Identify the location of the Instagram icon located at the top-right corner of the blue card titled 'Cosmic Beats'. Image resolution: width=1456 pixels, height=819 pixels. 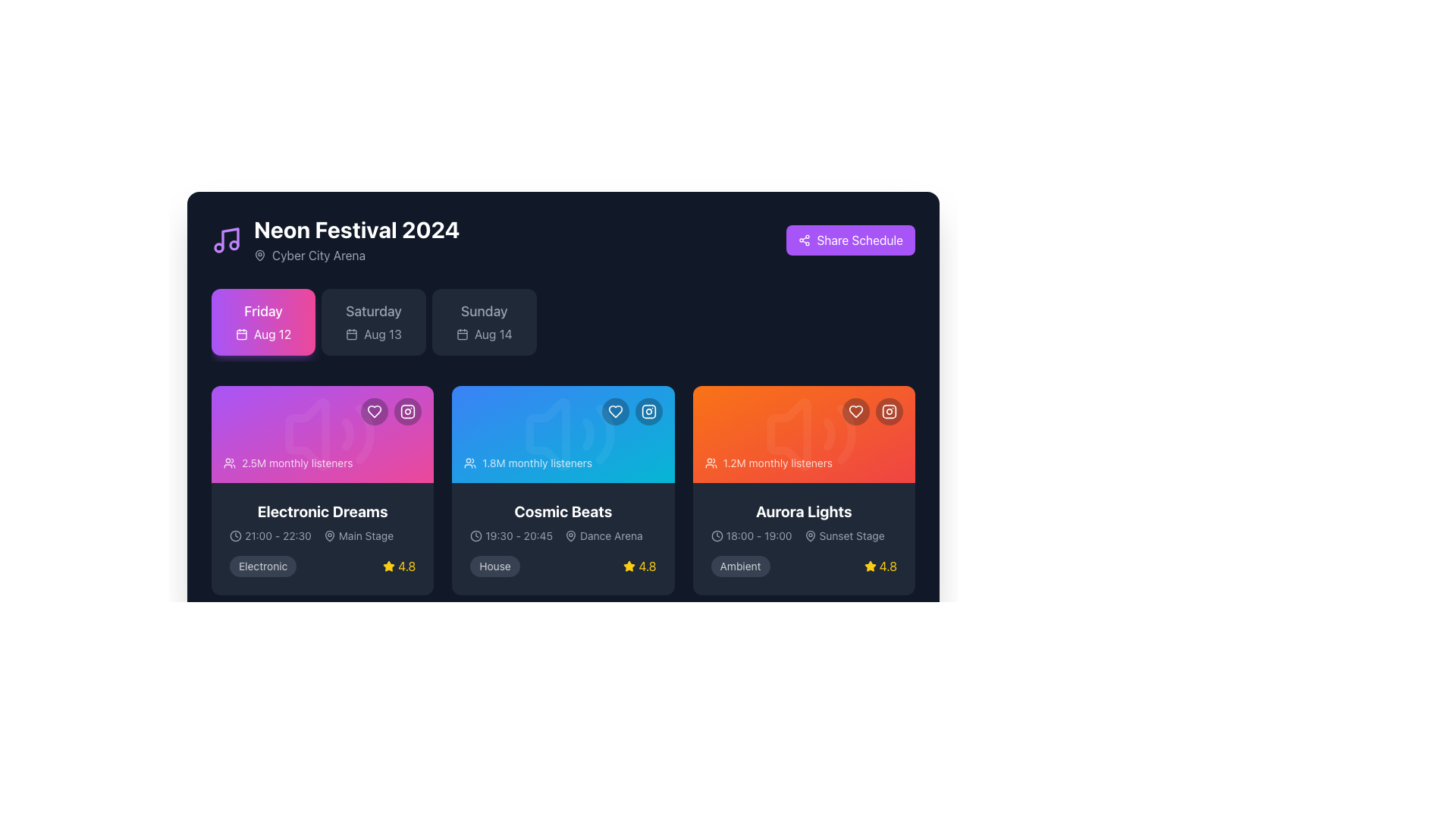
(648, 412).